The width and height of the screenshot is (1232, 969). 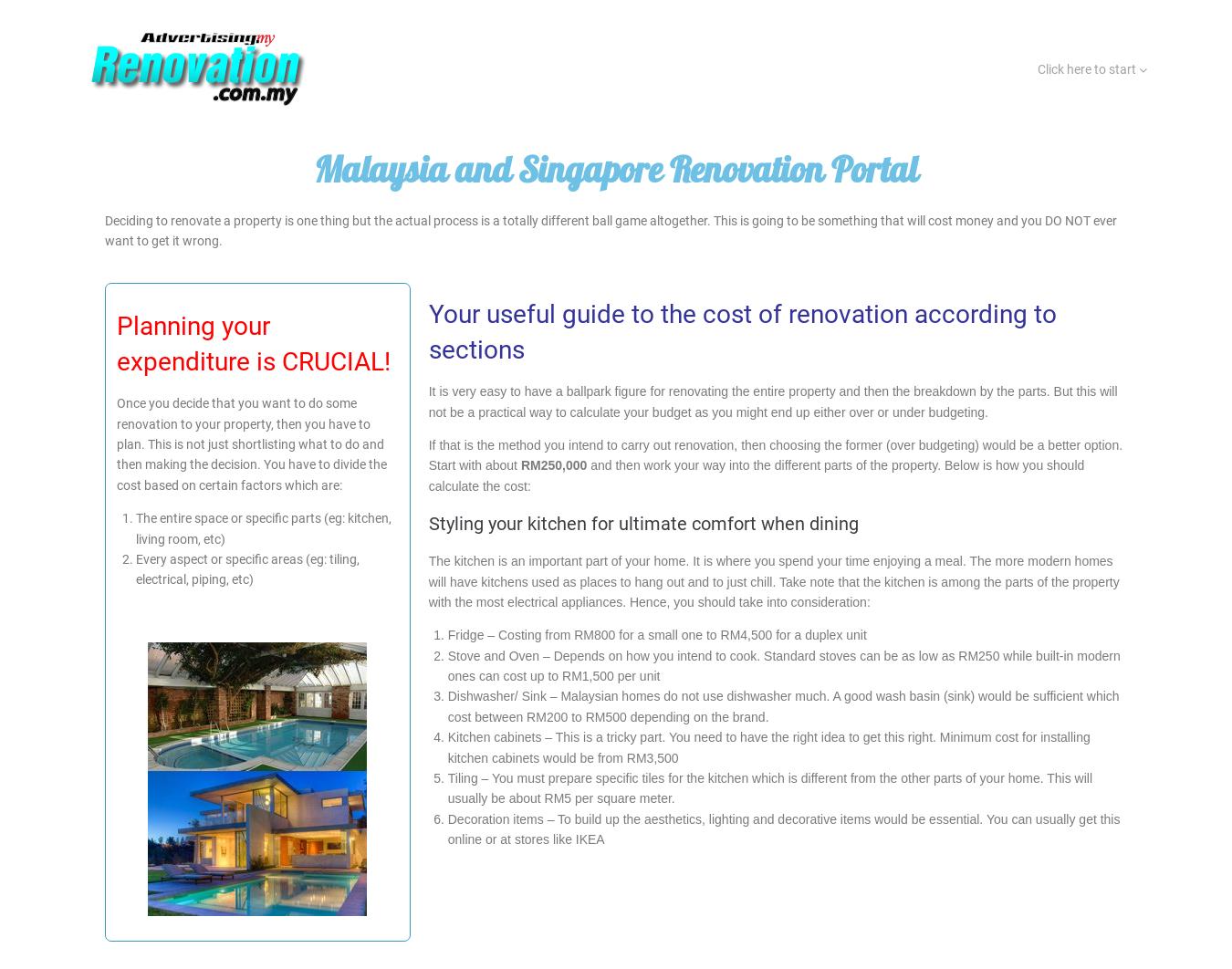 I want to click on 'Fridge – Costing from RM800 for a small one to RM4,500 for a duplex unit', so click(x=655, y=635).